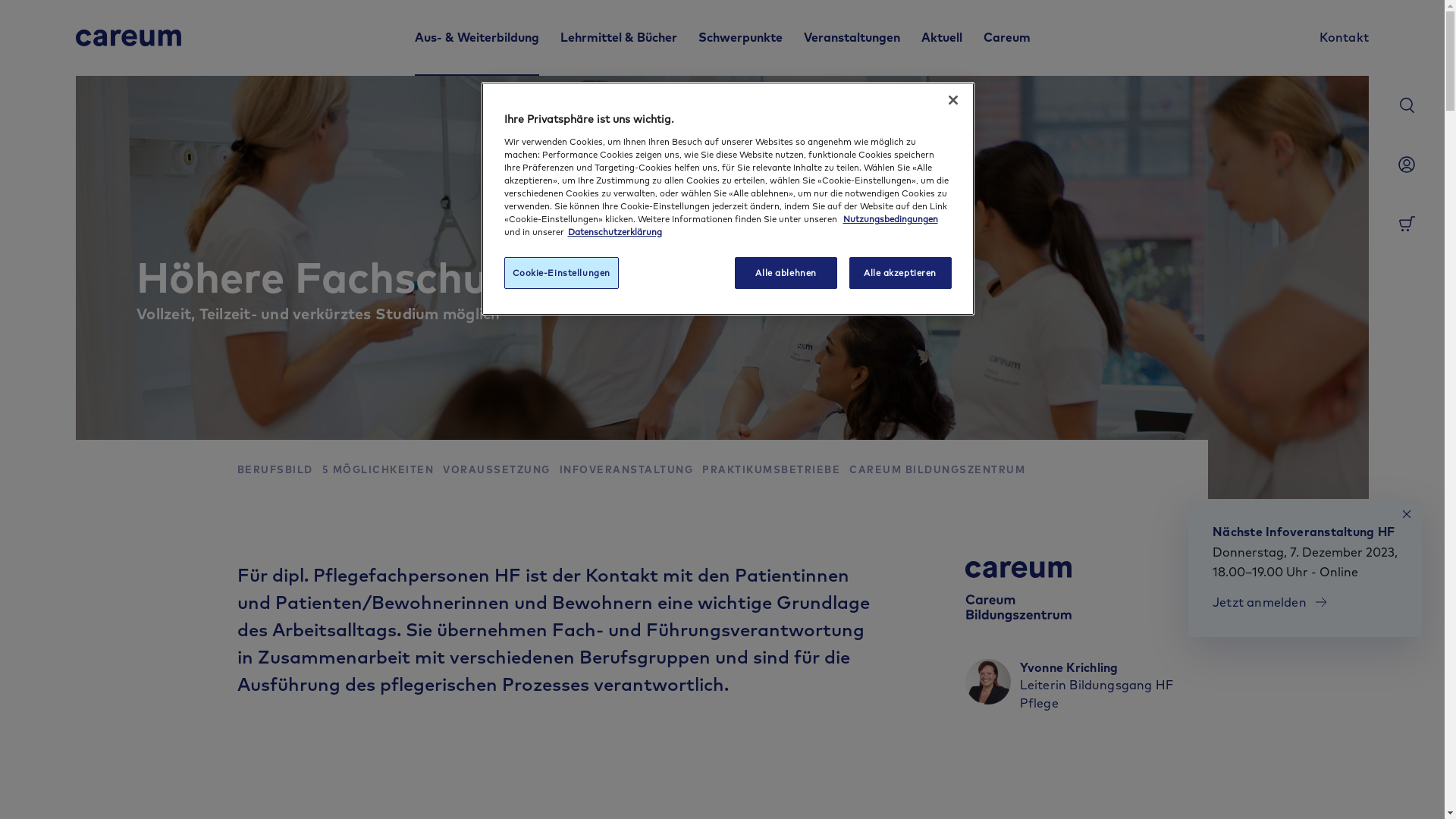 Image resolution: width=1456 pixels, height=819 pixels. I want to click on 'PRAKTIKUMSBETRIEBE', so click(701, 469).